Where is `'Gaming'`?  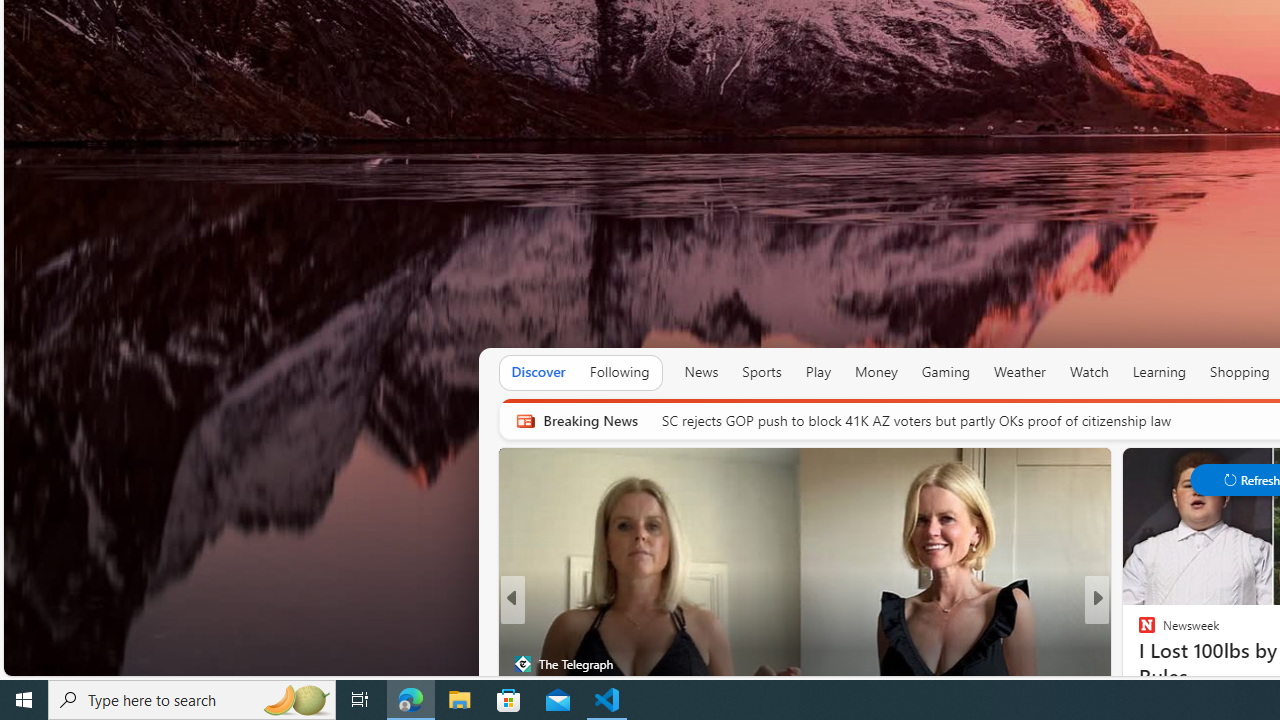 'Gaming' is located at coordinates (944, 372).